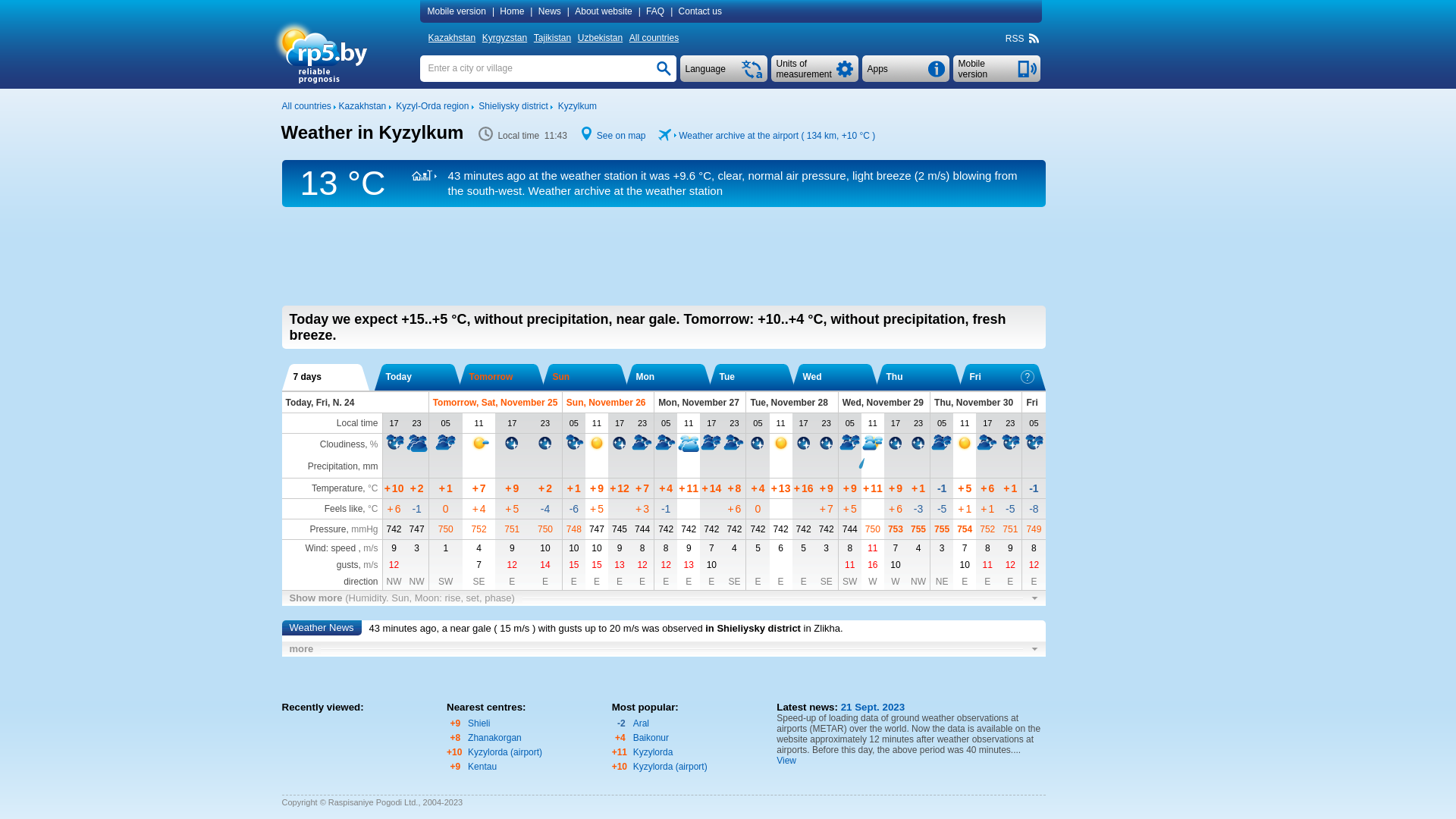  Describe the element at coordinates (701, 11) in the screenshot. I see `'Contact us'` at that location.